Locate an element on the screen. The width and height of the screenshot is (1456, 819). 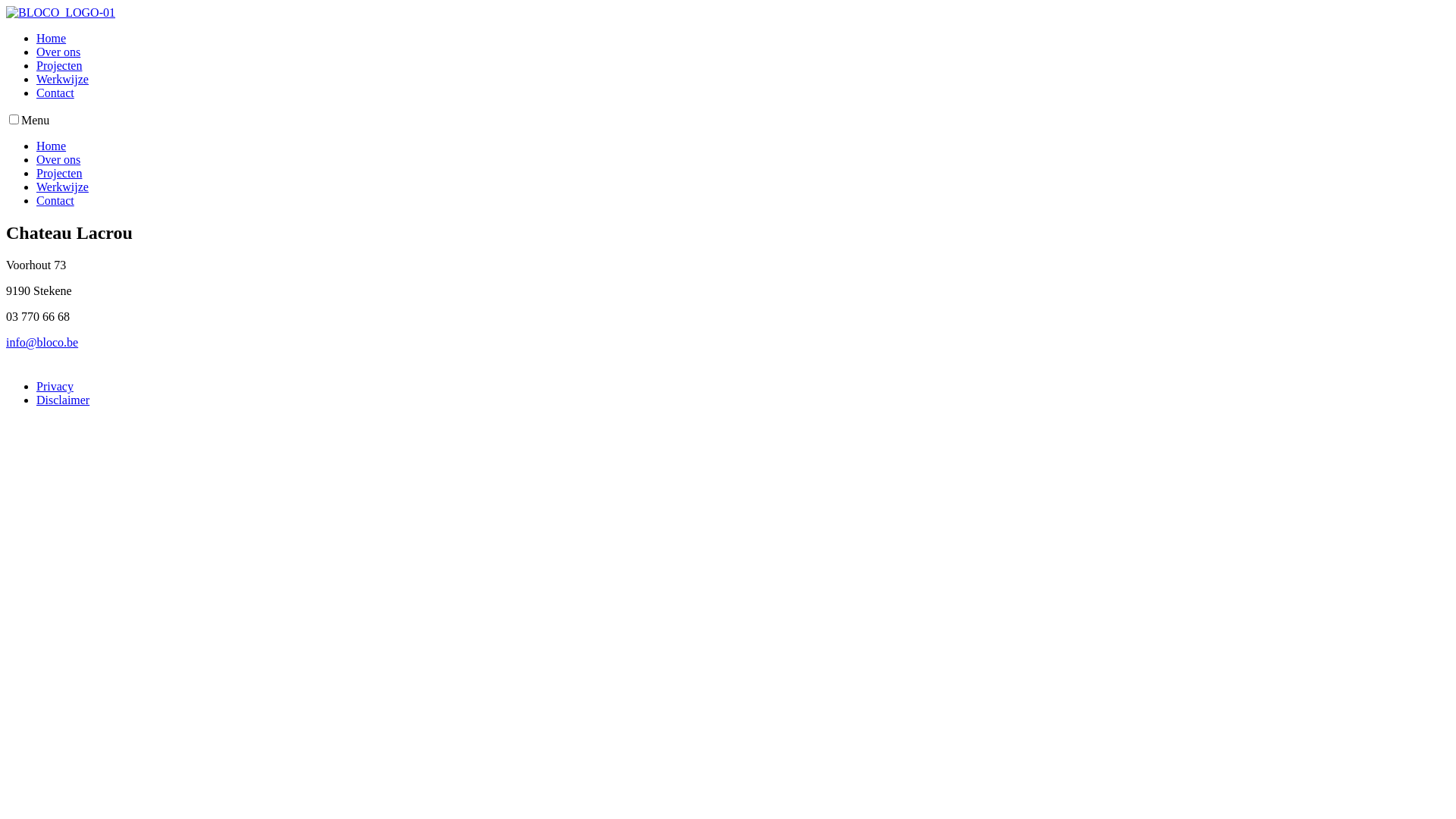
'Projecten' is located at coordinates (58, 64).